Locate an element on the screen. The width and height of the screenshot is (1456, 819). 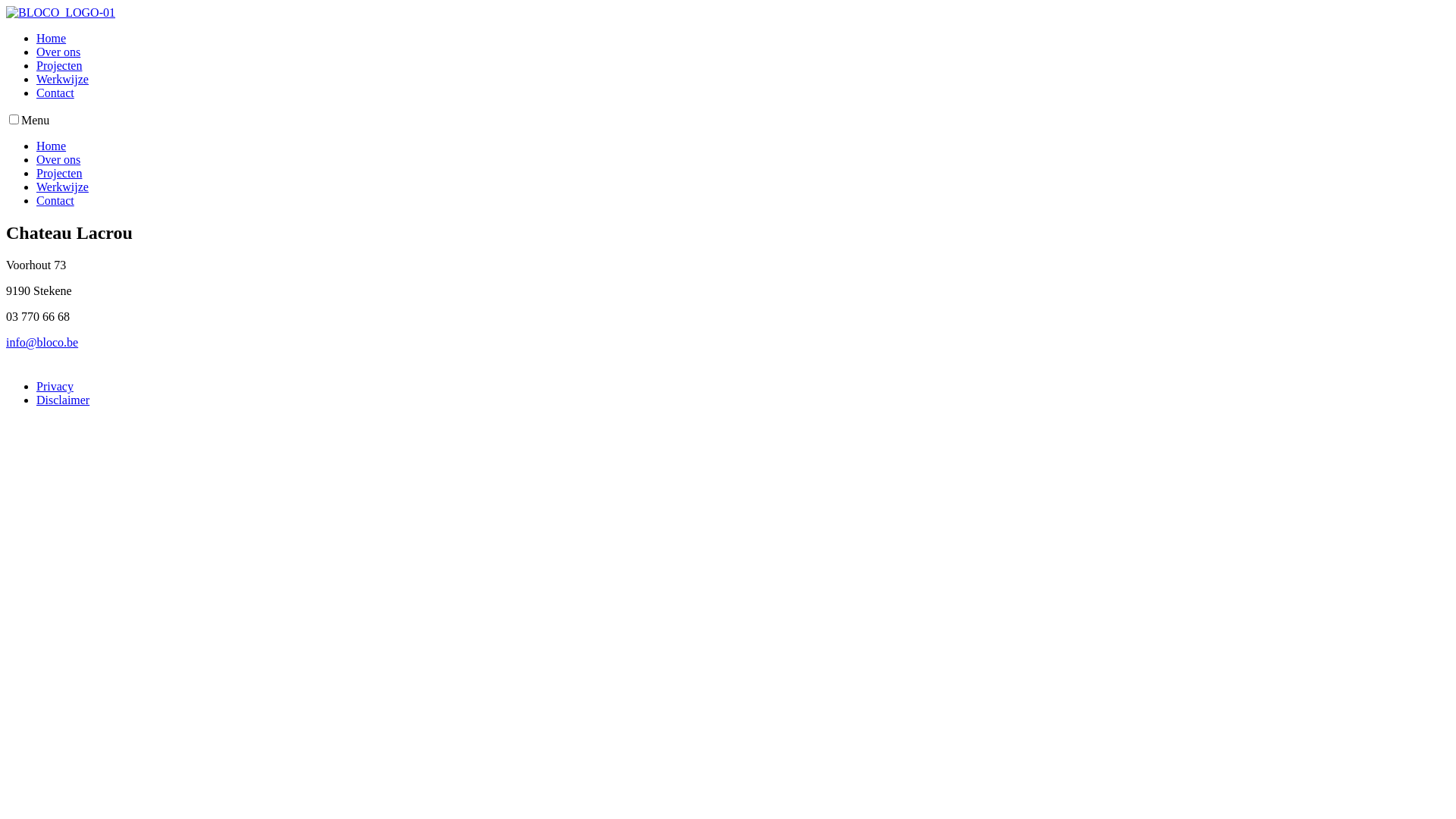
'Projecten' is located at coordinates (58, 64).